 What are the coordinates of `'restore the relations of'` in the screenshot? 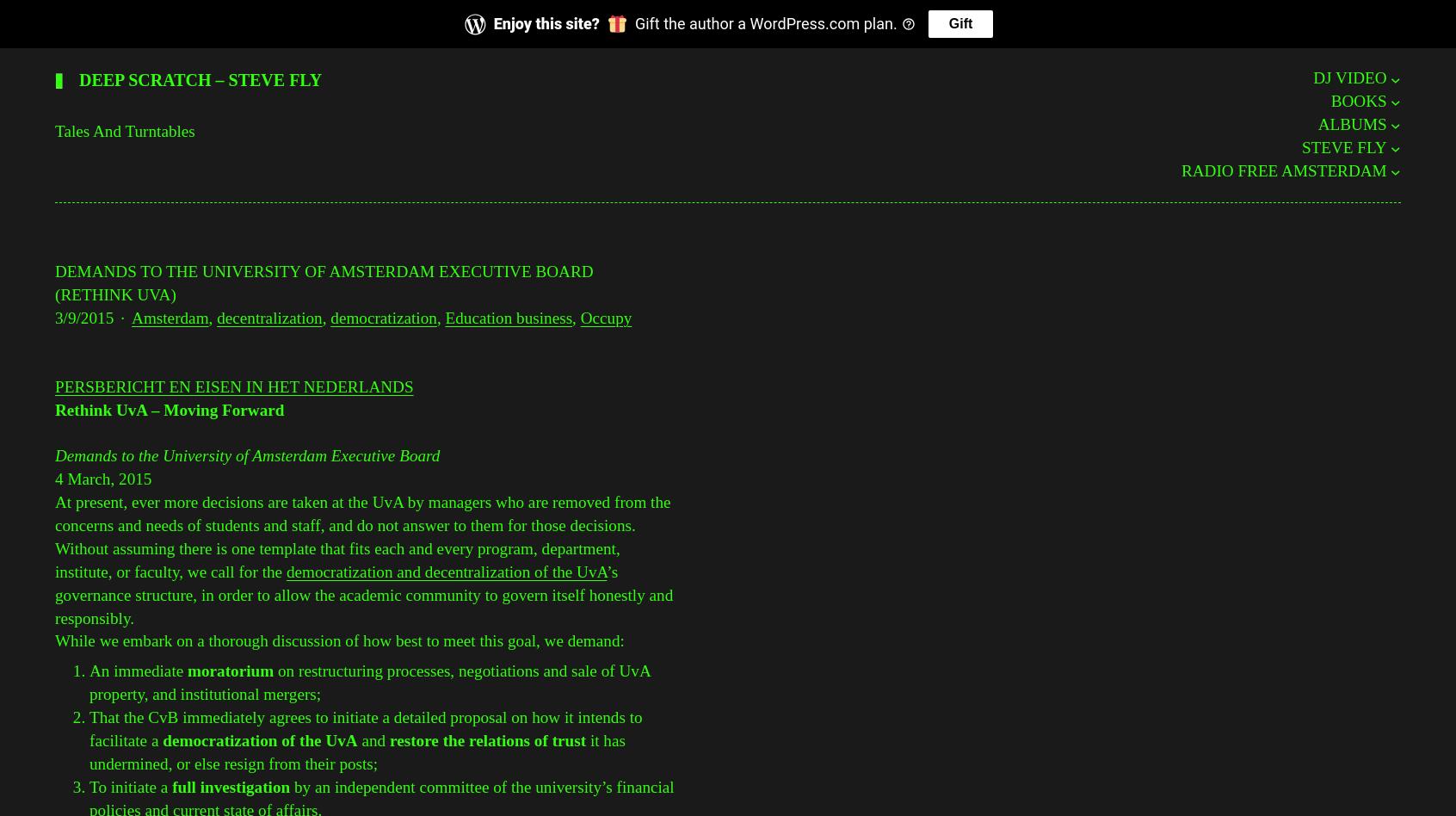 It's located at (468, 739).